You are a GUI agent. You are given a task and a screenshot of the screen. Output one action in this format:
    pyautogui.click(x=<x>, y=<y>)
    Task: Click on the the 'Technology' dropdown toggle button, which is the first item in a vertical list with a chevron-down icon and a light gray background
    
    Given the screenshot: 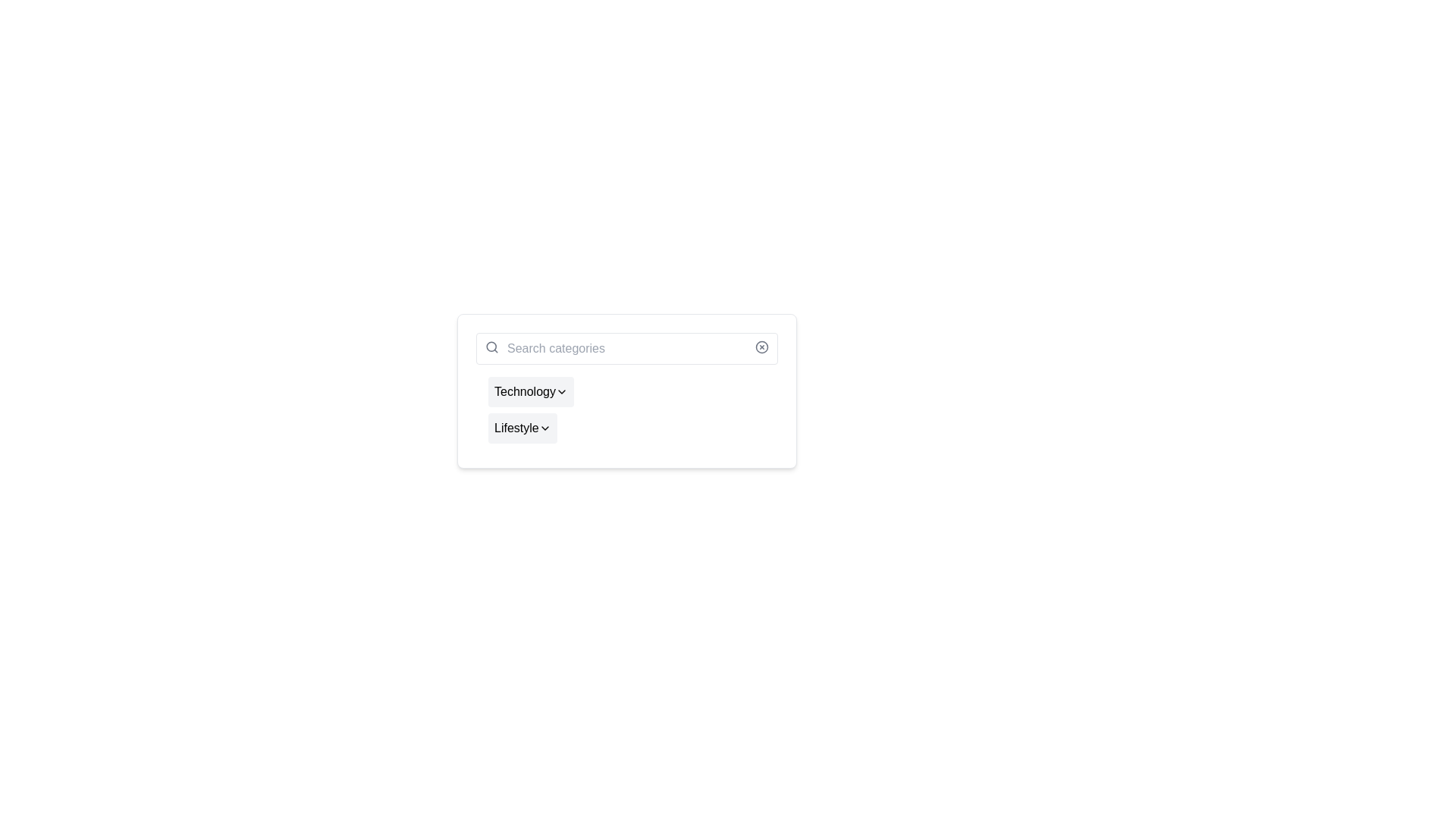 What is the action you would take?
    pyautogui.click(x=531, y=391)
    